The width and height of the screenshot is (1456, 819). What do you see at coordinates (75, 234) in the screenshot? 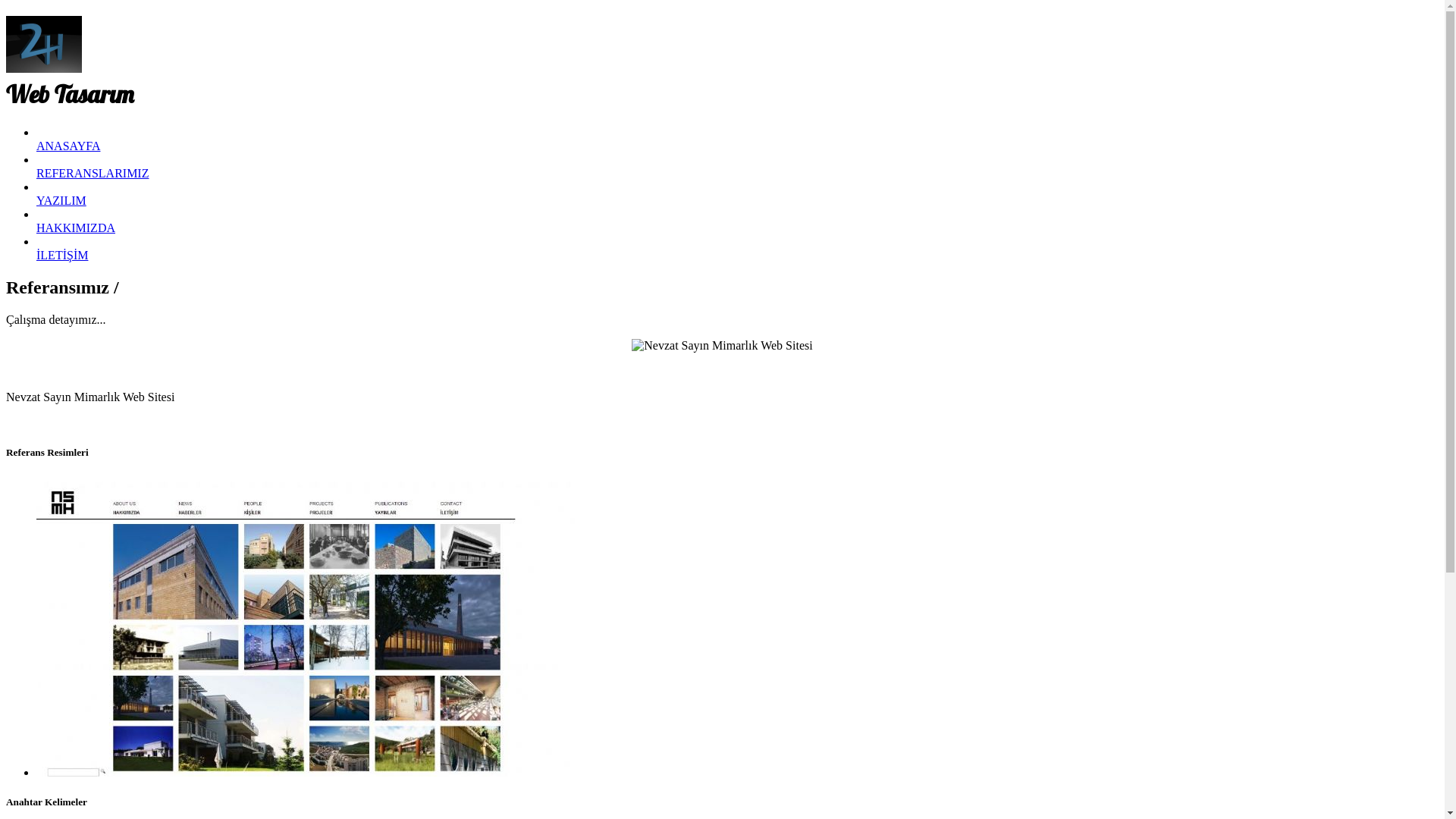
I see `'HAKKIMIZDA'` at bounding box center [75, 234].